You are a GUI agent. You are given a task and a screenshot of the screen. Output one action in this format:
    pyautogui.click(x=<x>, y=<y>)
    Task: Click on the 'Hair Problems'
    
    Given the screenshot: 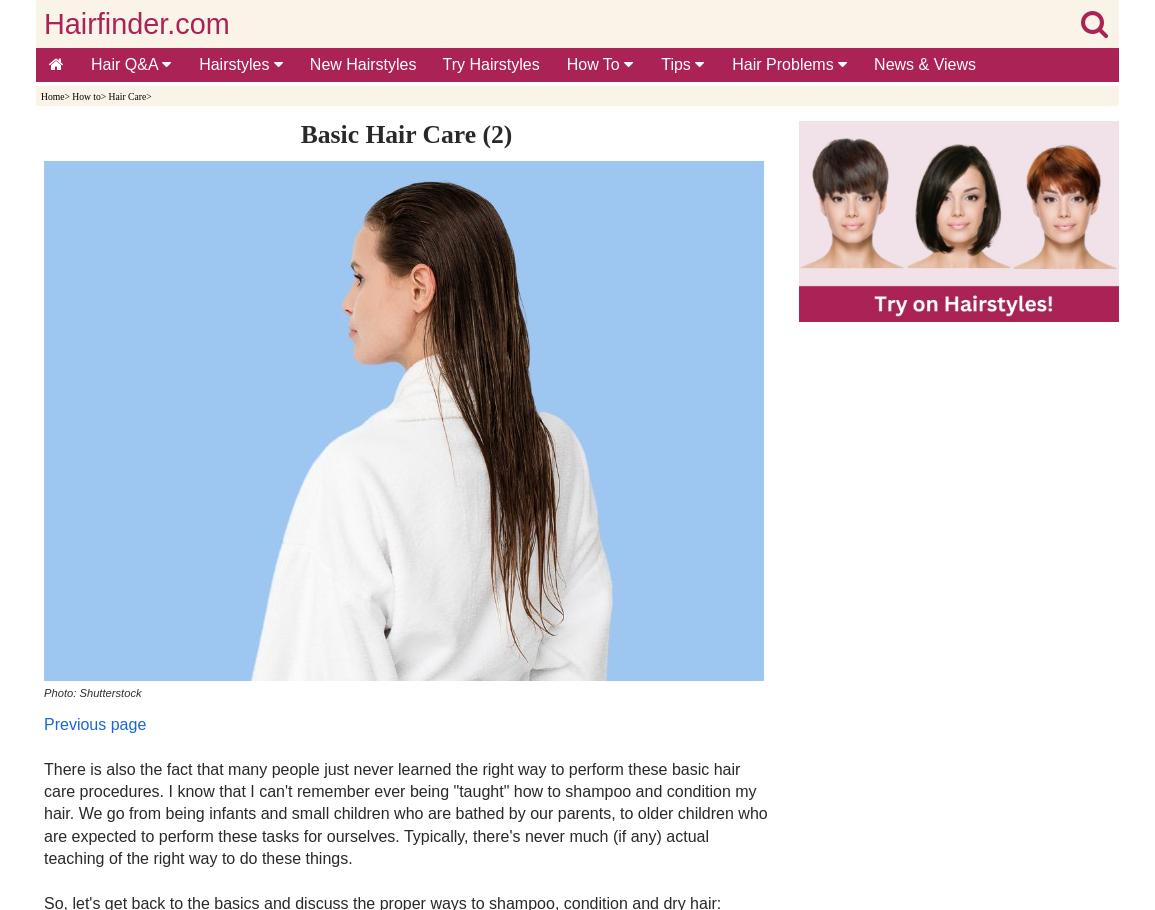 What is the action you would take?
    pyautogui.click(x=785, y=64)
    